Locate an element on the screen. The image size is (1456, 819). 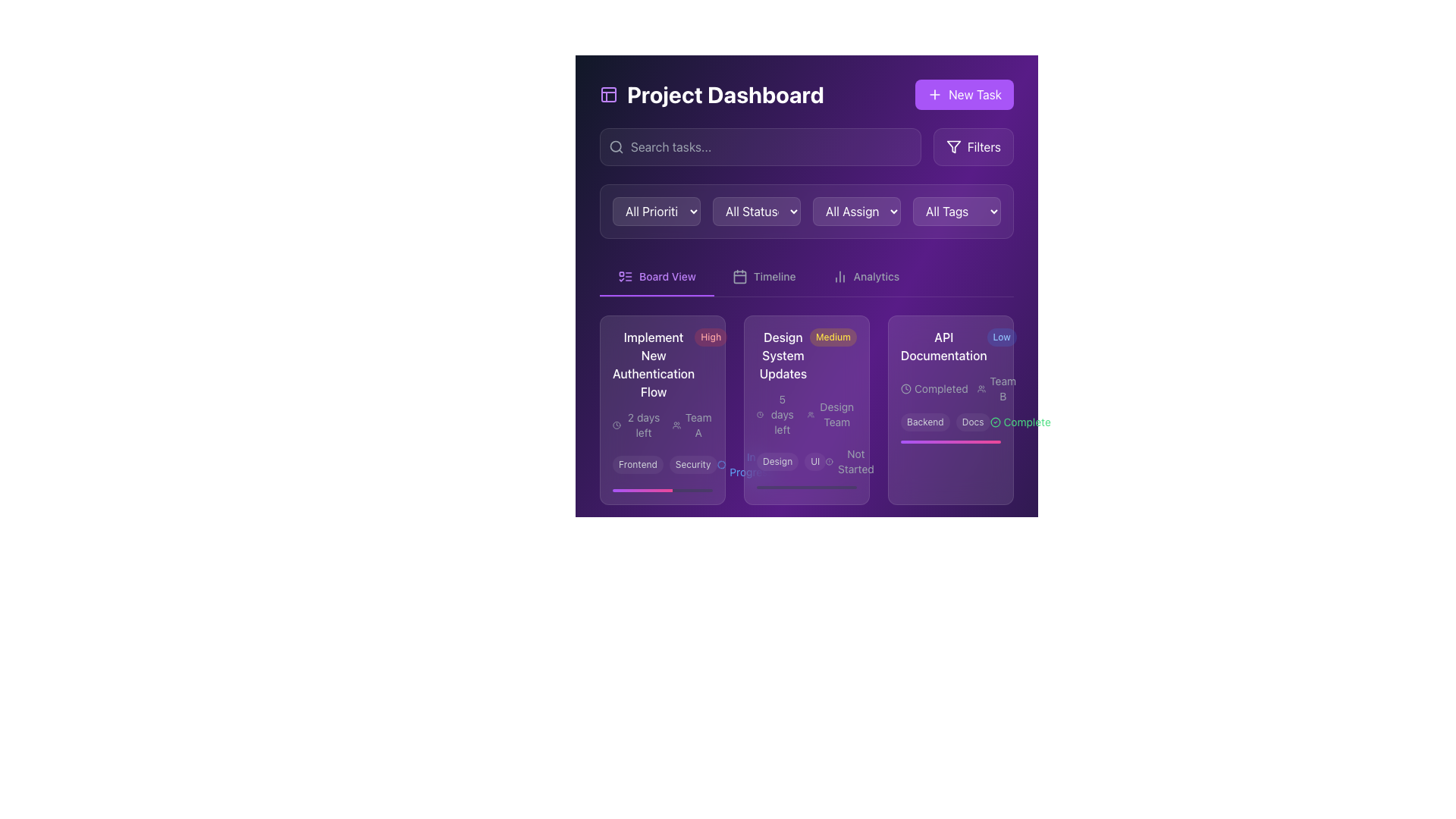
the 'High' priority badge located at the upper-right corner of the card titled 'Implement New Authentication Flow' on the dashboard is located at coordinates (710, 336).